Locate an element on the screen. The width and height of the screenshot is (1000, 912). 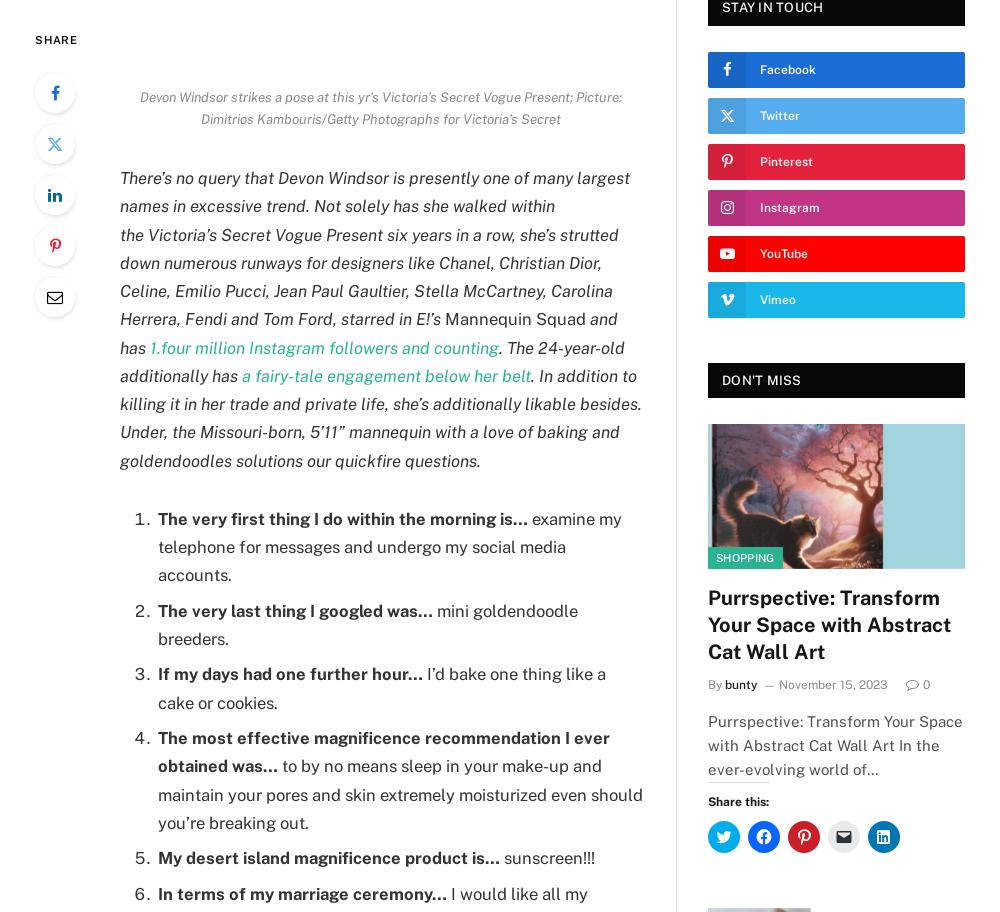
'bunty' is located at coordinates (740, 684).